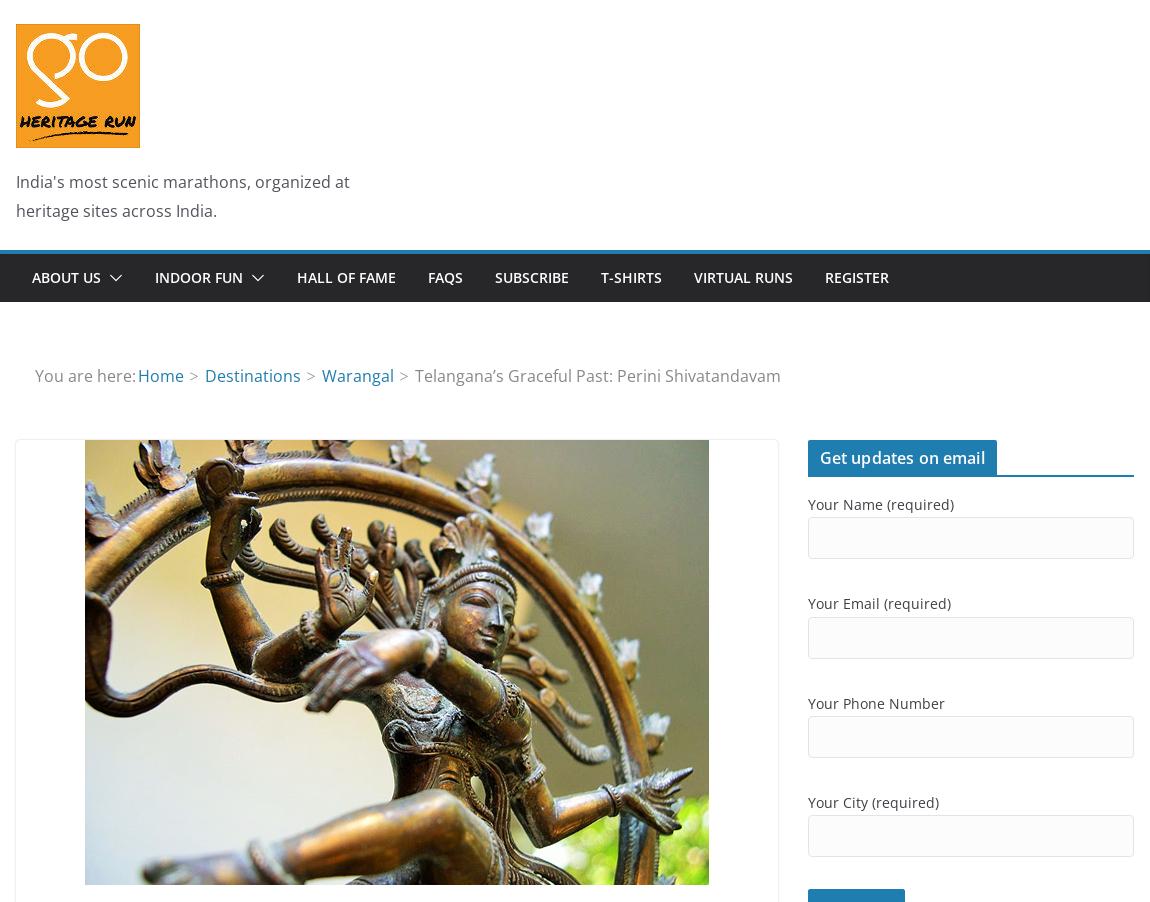 Image resolution: width=1150 pixels, height=902 pixels. What do you see at coordinates (346, 276) in the screenshot?
I see `'Hall of Fame'` at bounding box center [346, 276].